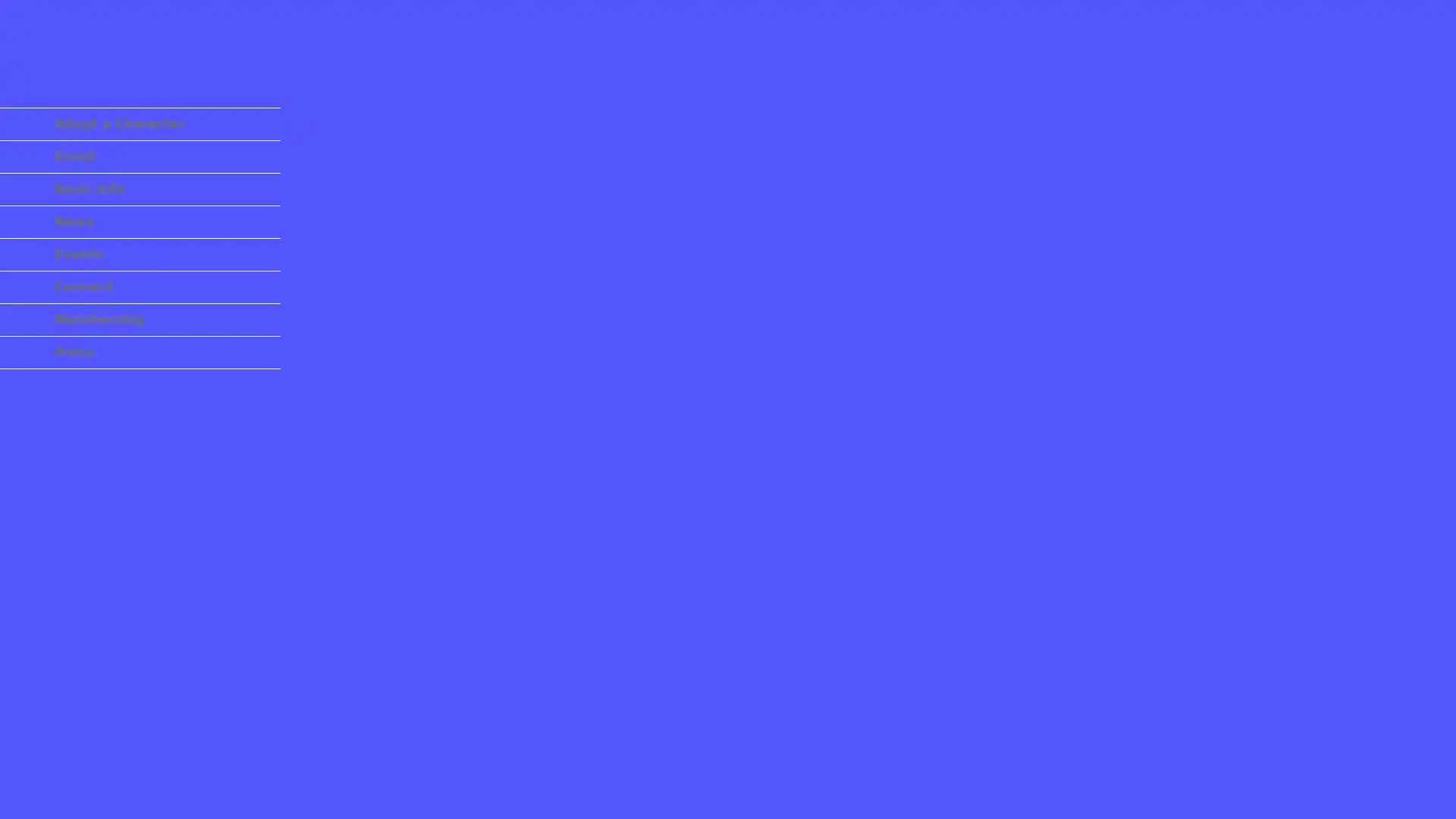  Describe the element at coordinates (1282, 650) in the screenshot. I see `U+5360` at that location.